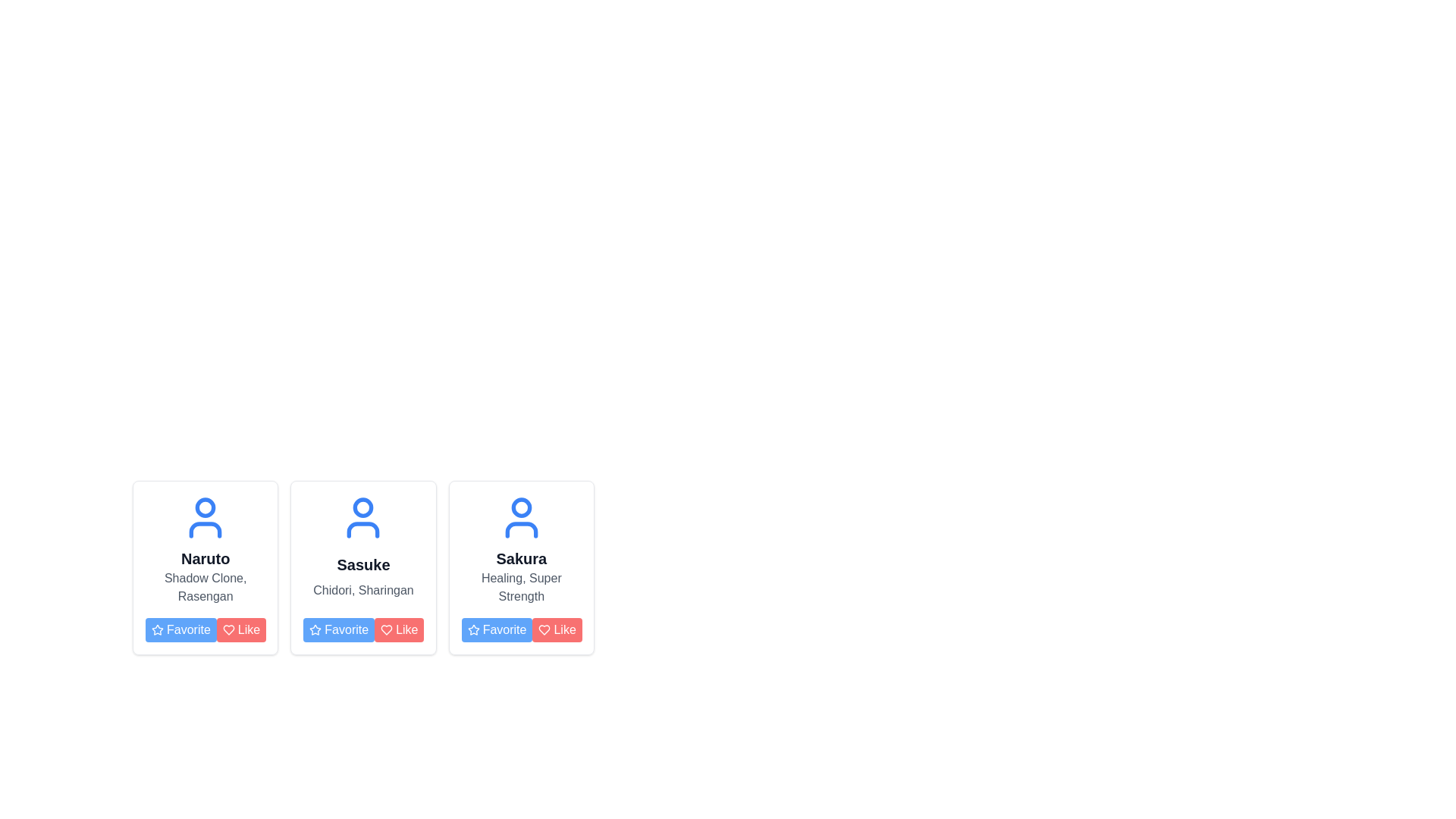 The width and height of the screenshot is (1456, 819). Describe the element at coordinates (315, 629) in the screenshot. I see `the blue star icon within the second card from the left` at that location.